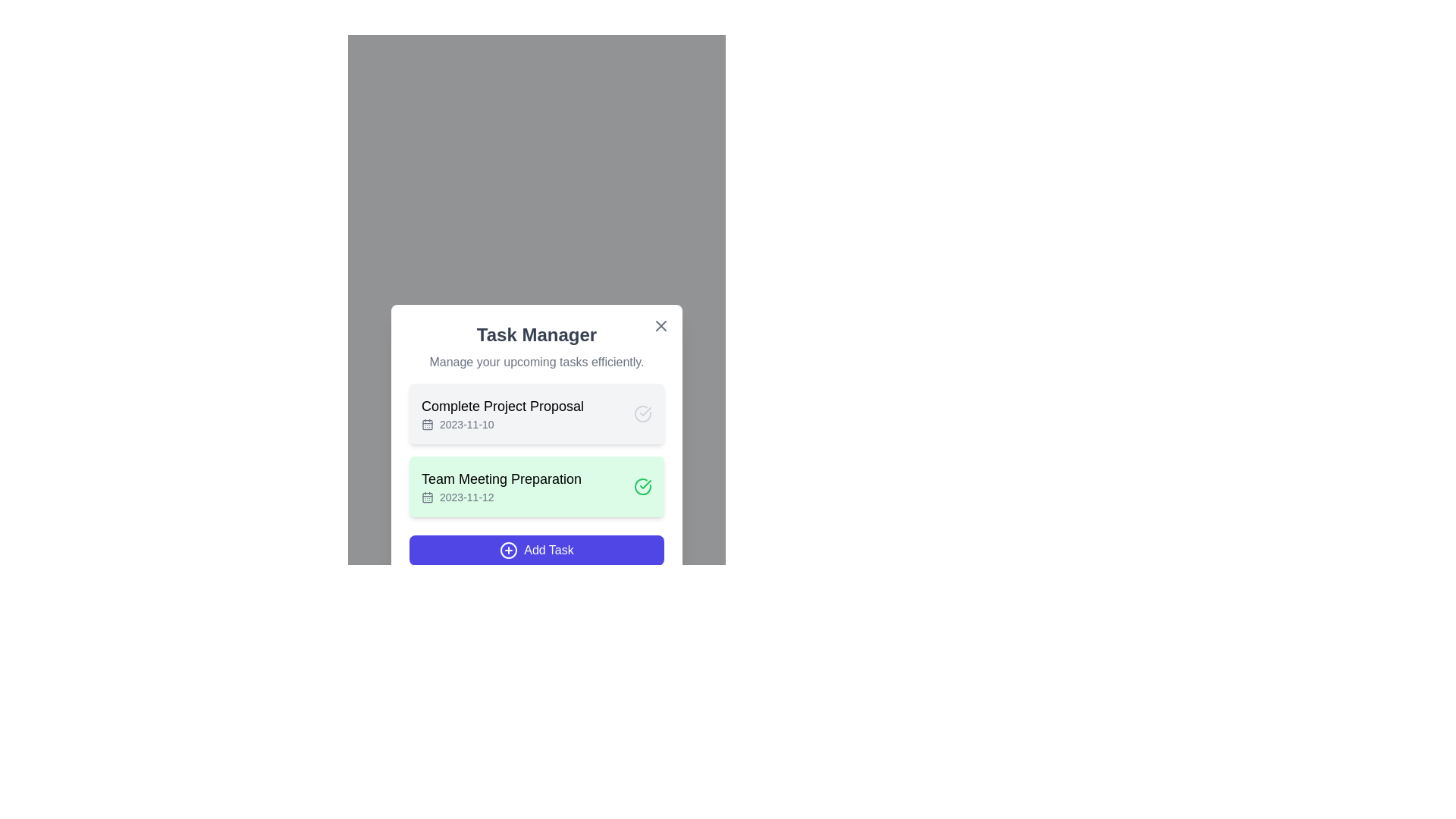 This screenshot has height=819, width=1456. I want to click on the 'Add Task' button with a vibrant indigo-blue background and a plus icon, so click(537, 550).